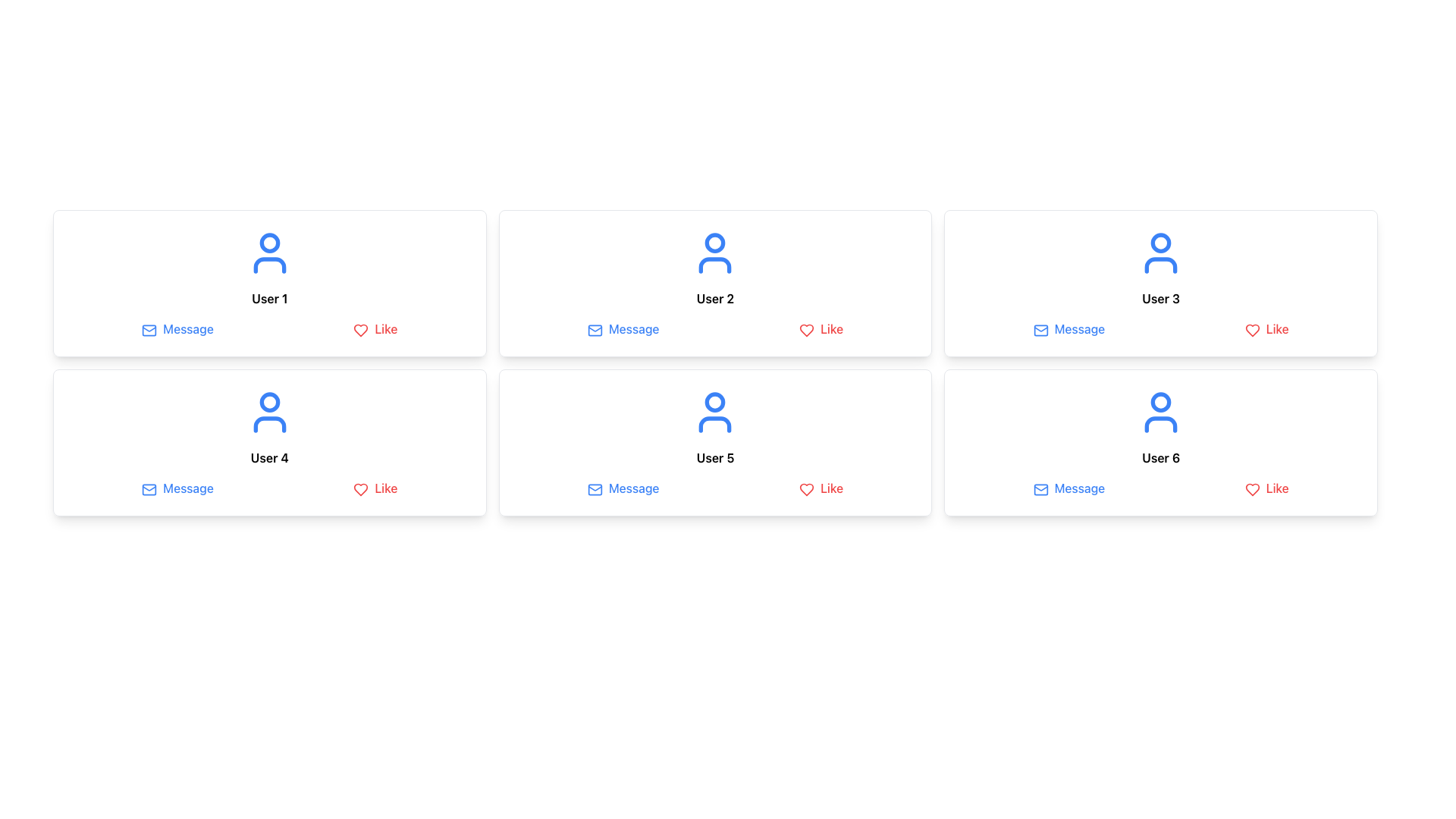 This screenshot has width=1456, height=819. What do you see at coordinates (1068, 328) in the screenshot?
I see `the messaging link for 'User 3' located at the bottom left corner of the card` at bounding box center [1068, 328].